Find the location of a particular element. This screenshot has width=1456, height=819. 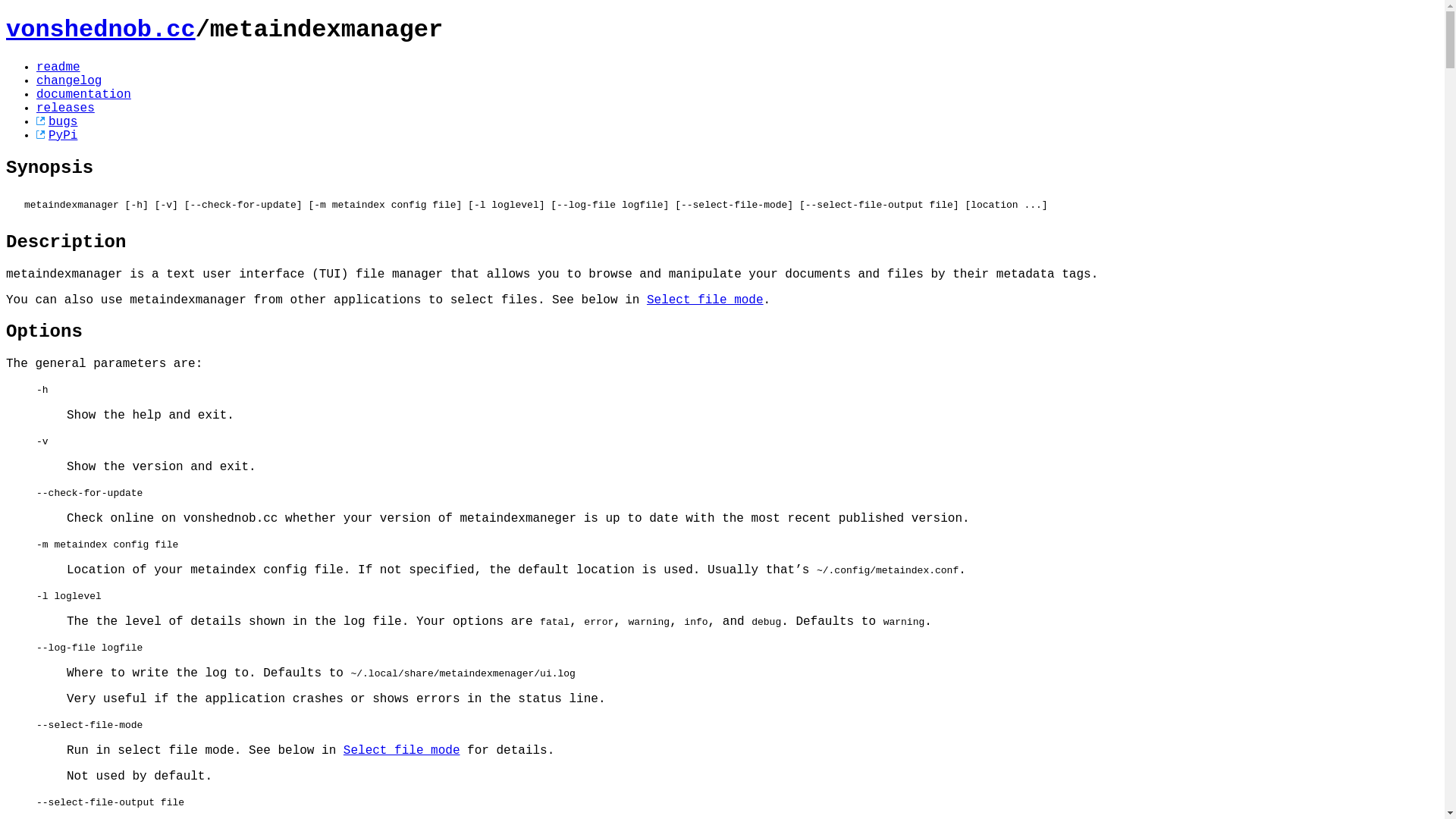

'releases' is located at coordinates (36, 107).